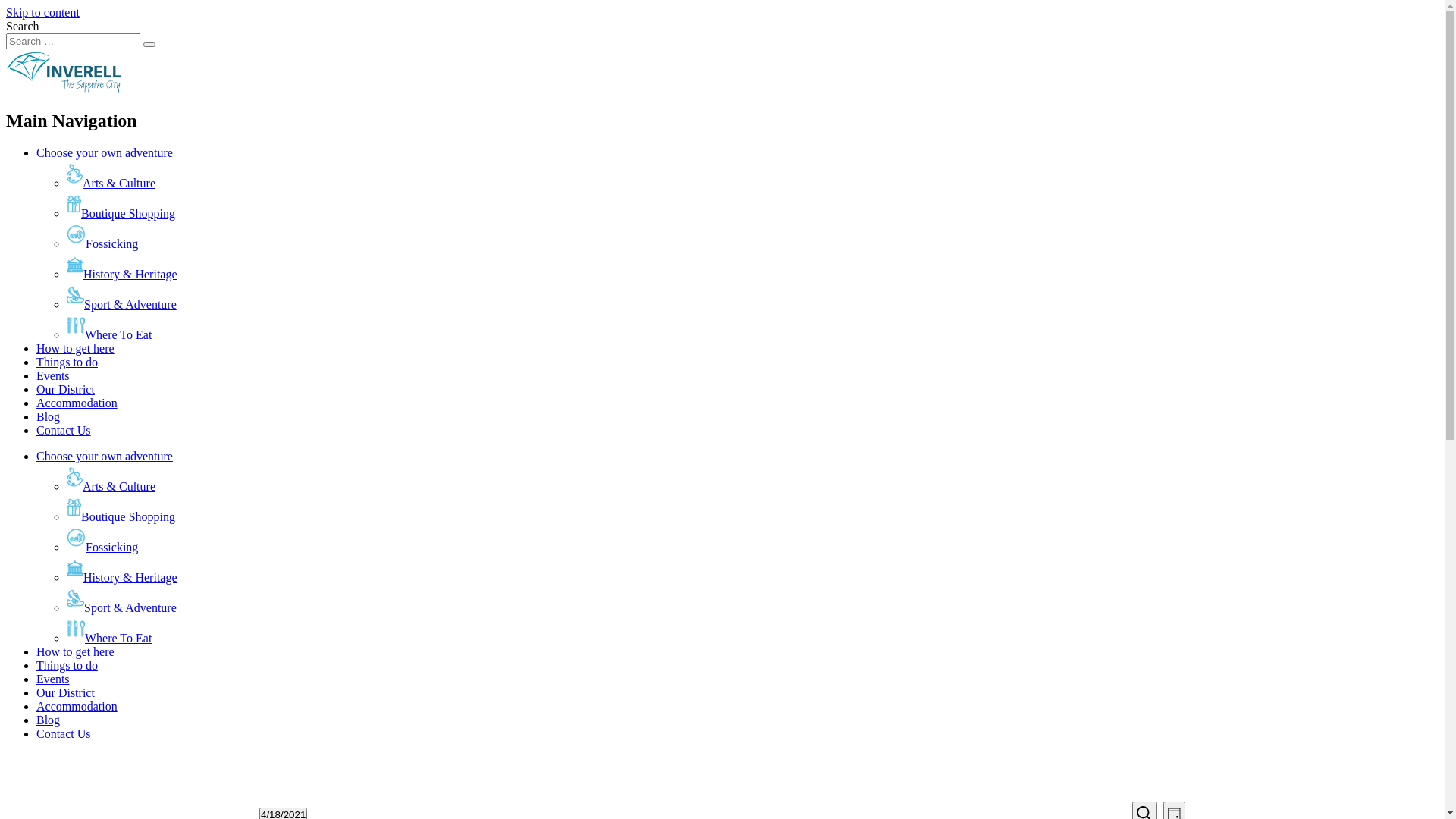 This screenshot has height=819, width=1456. Describe the element at coordinates (108, 638) in the screenshot. I see `'Where To Eat'` at that location.